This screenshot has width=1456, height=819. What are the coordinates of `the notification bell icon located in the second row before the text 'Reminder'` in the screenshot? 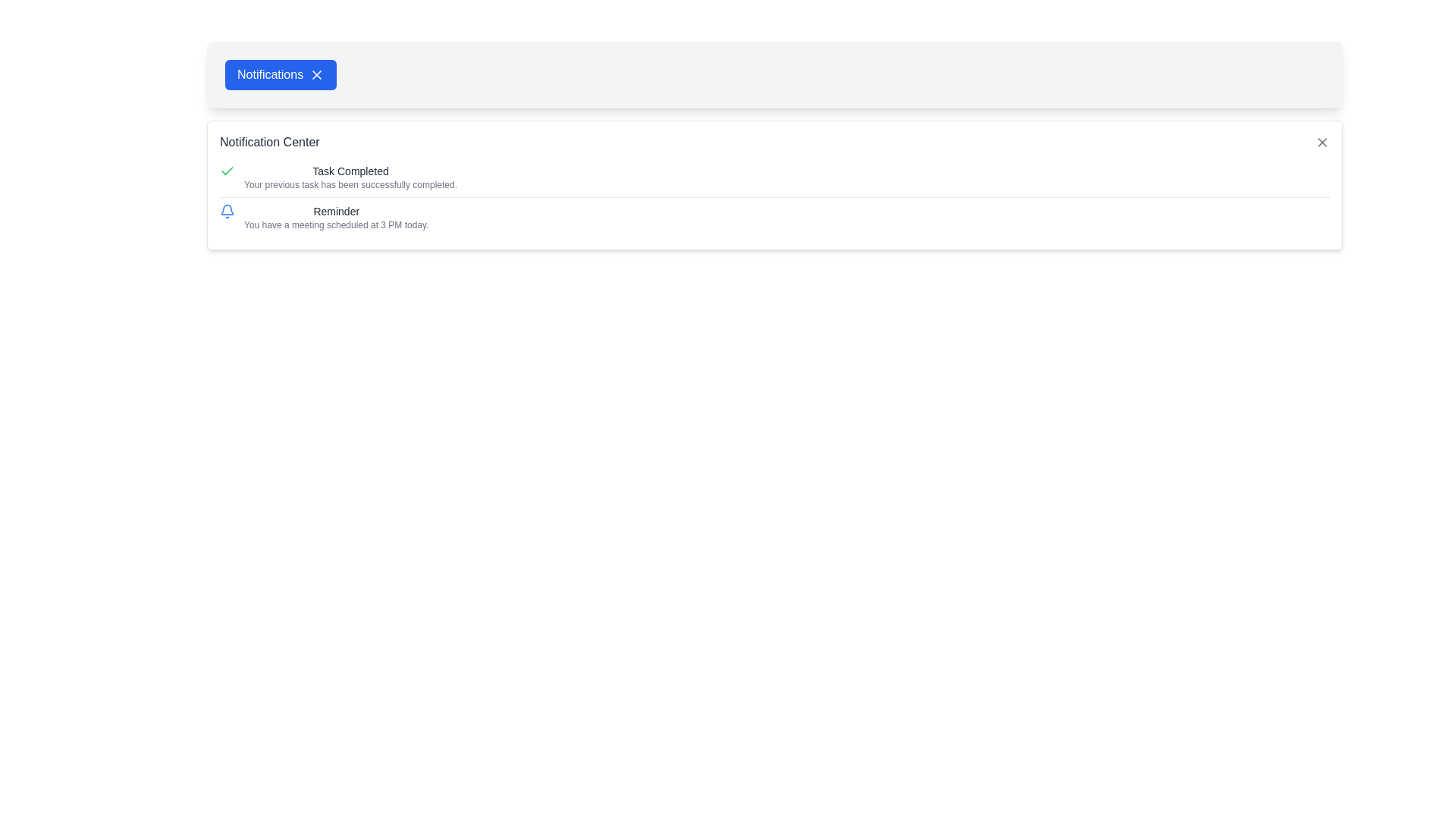 It's located at (226, 211).